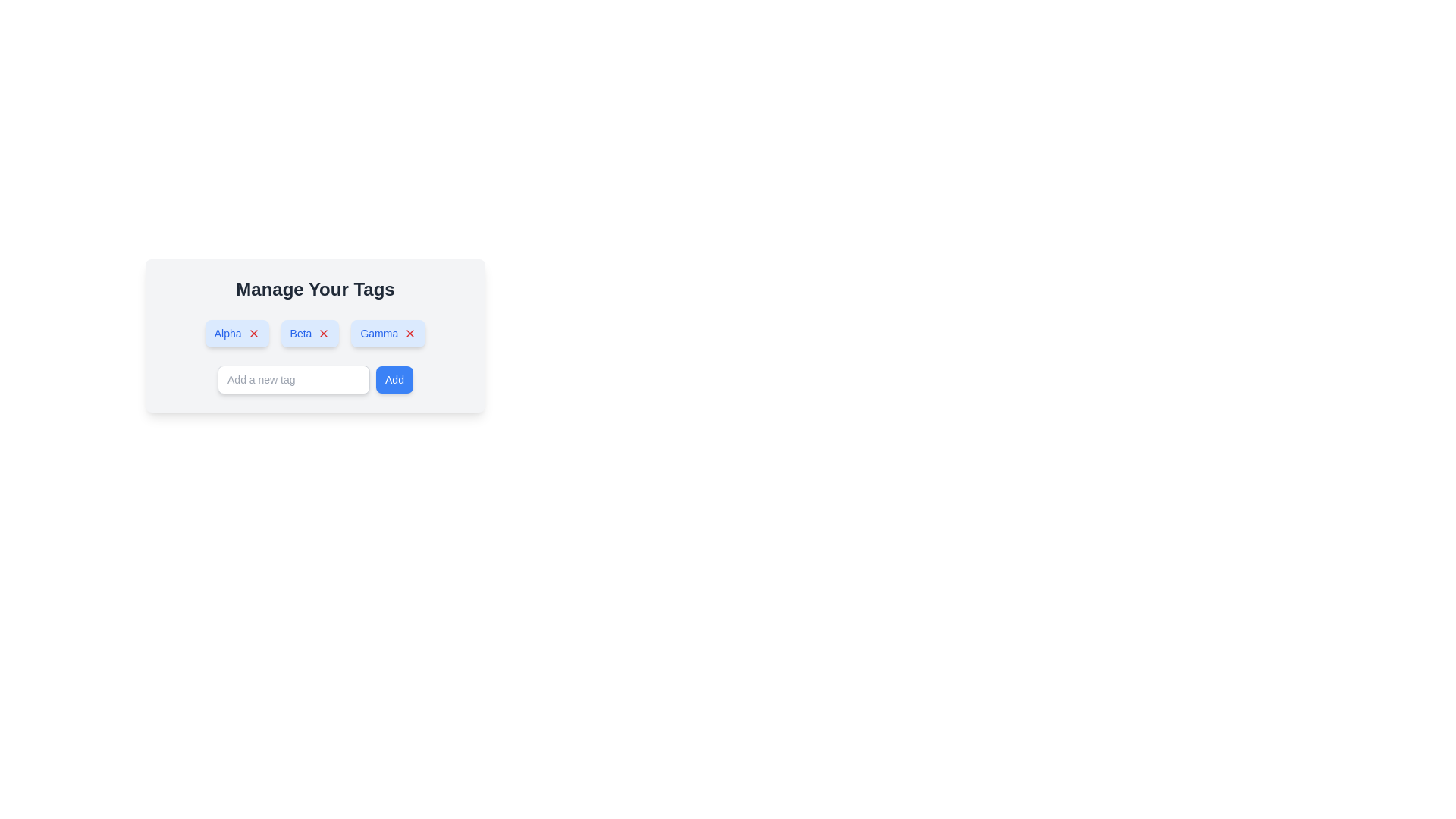  I want to click on the tag representation button labeled 'Alpha' with an associated 'X' icon for additional visual effect, so click(236, 332).